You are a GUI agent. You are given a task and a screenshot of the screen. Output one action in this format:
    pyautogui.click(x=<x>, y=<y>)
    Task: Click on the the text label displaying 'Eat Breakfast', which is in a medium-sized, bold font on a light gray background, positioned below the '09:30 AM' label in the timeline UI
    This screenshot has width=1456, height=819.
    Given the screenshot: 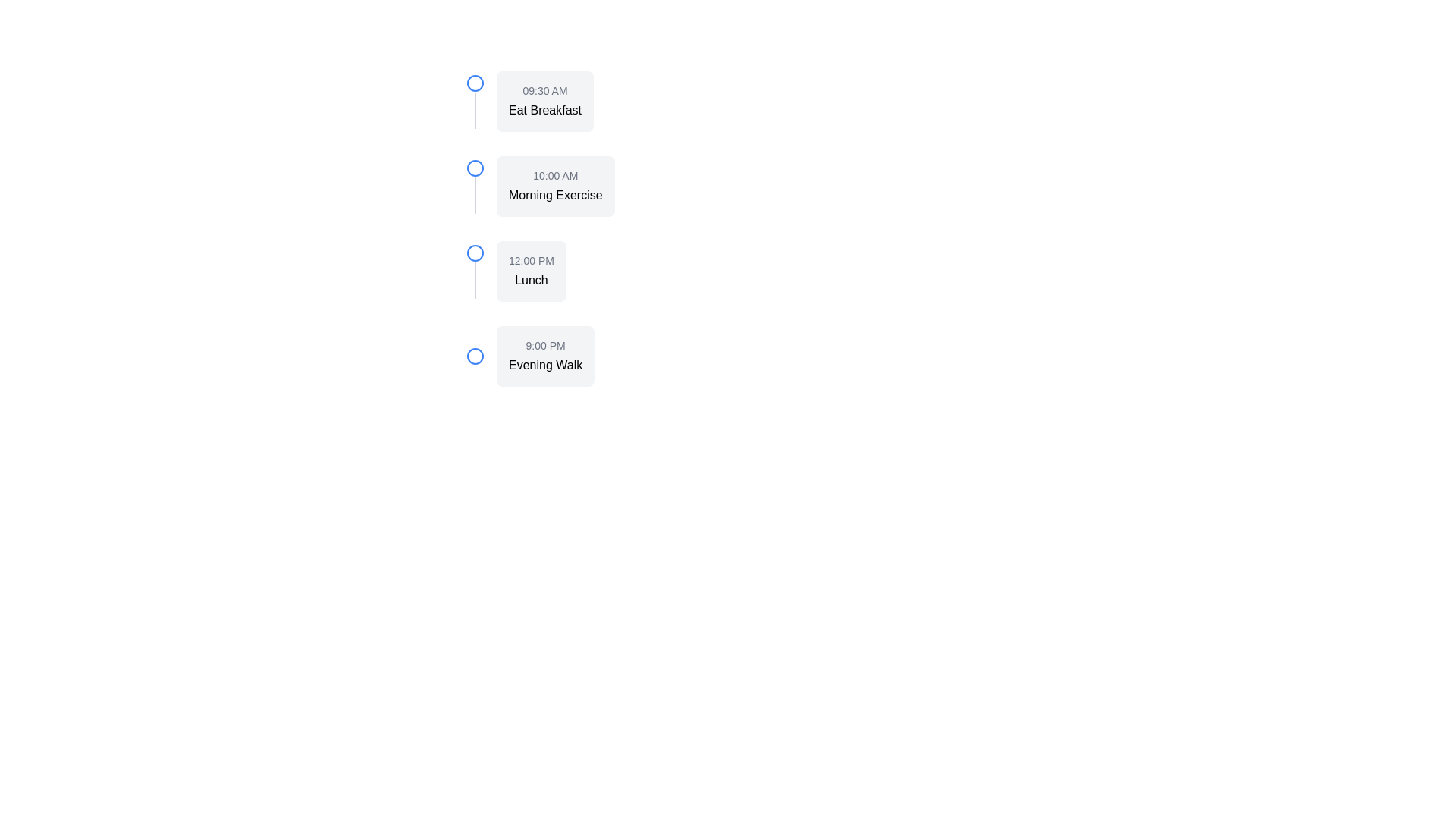 What is the action you would take?
    pyautogui.click(x=545, y=110)
    